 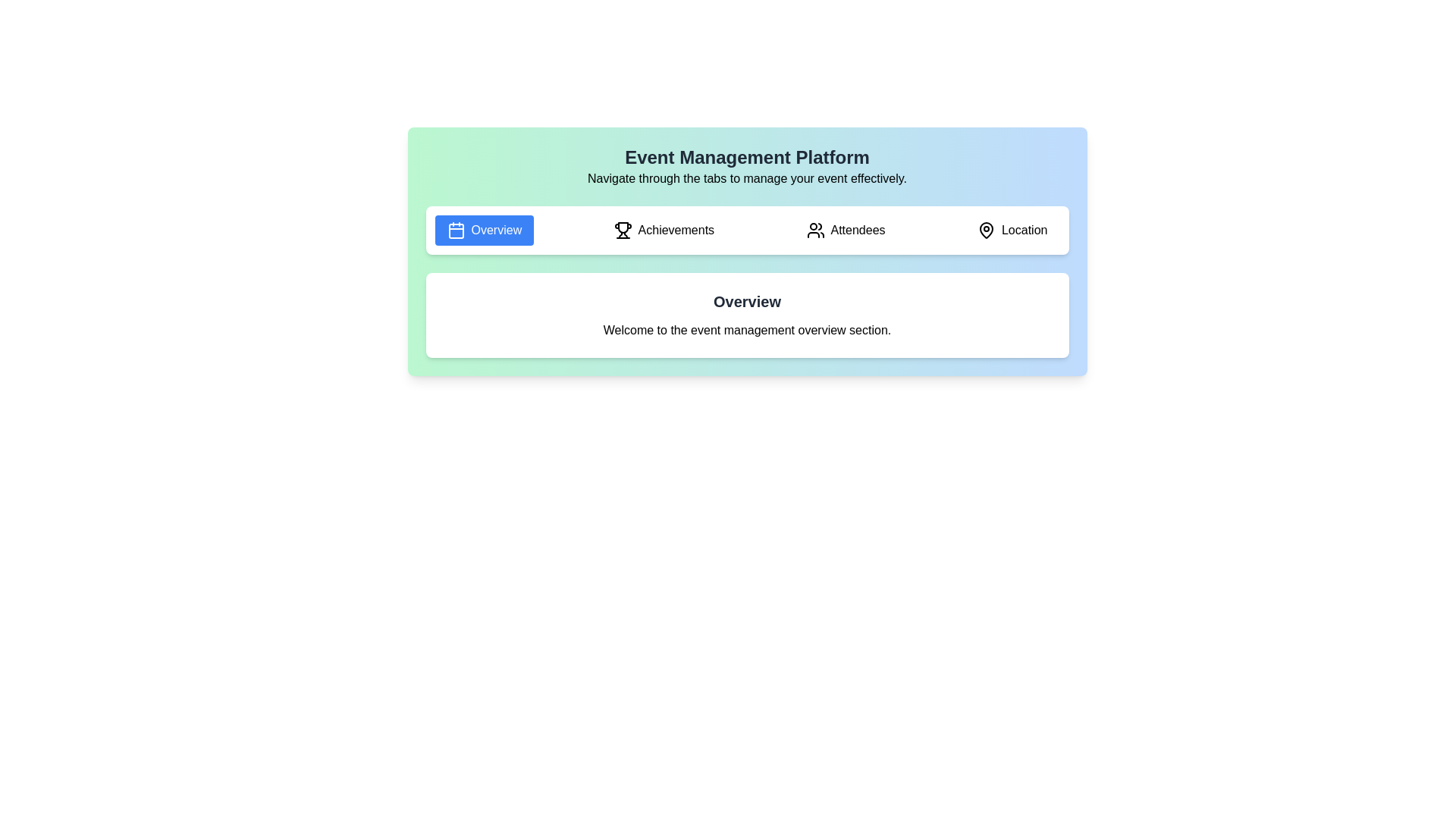 What do you see at coordinates (455, 231) in the screenshot?
I see `the calendar icon with a white fill and blue background, which is located to the left of the 'Overview' text in the navigation bar of the application` at bounding box center [455, 231].